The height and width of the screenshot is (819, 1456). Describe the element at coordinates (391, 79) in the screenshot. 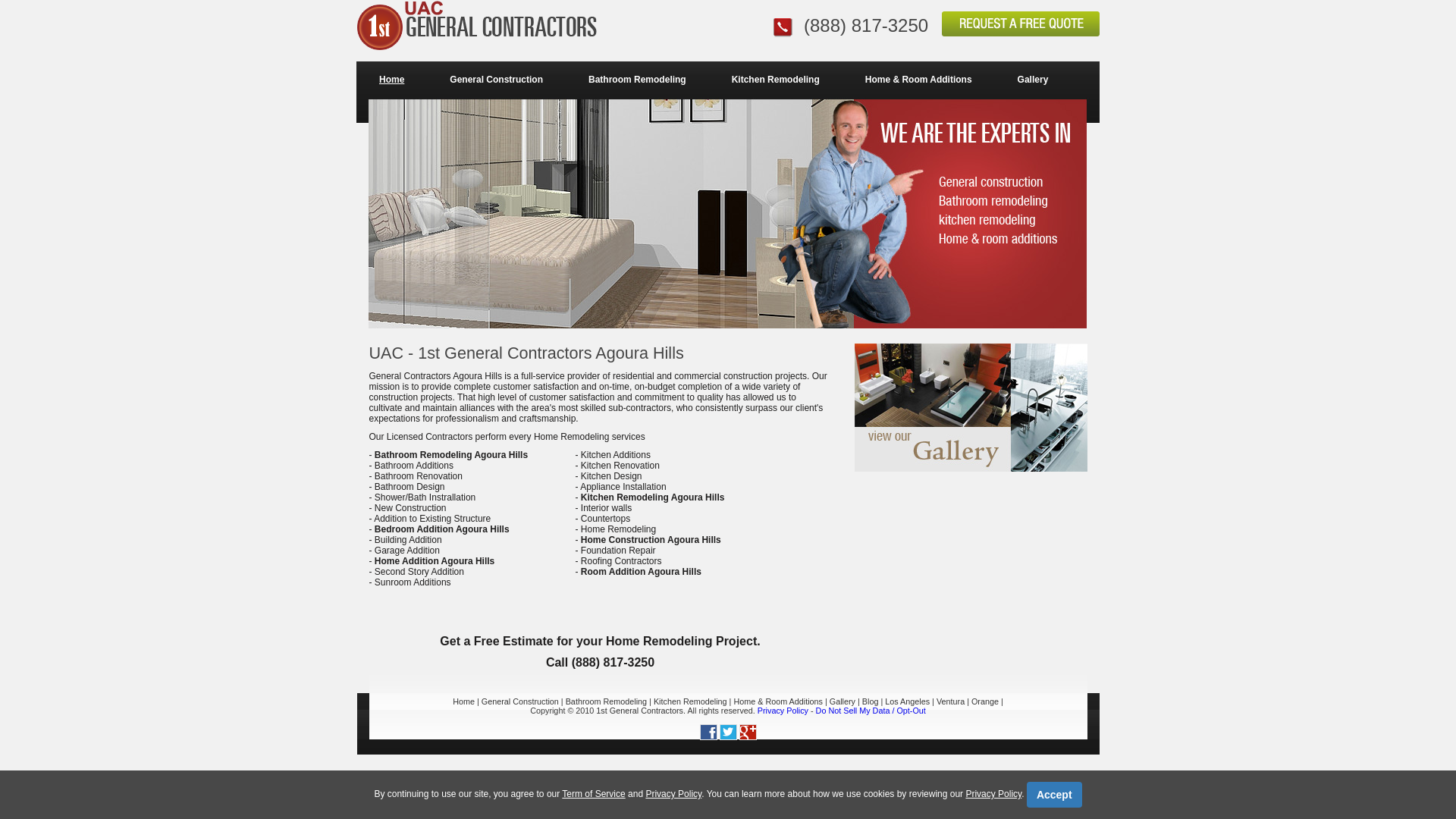

I see `'Home'` at that location.